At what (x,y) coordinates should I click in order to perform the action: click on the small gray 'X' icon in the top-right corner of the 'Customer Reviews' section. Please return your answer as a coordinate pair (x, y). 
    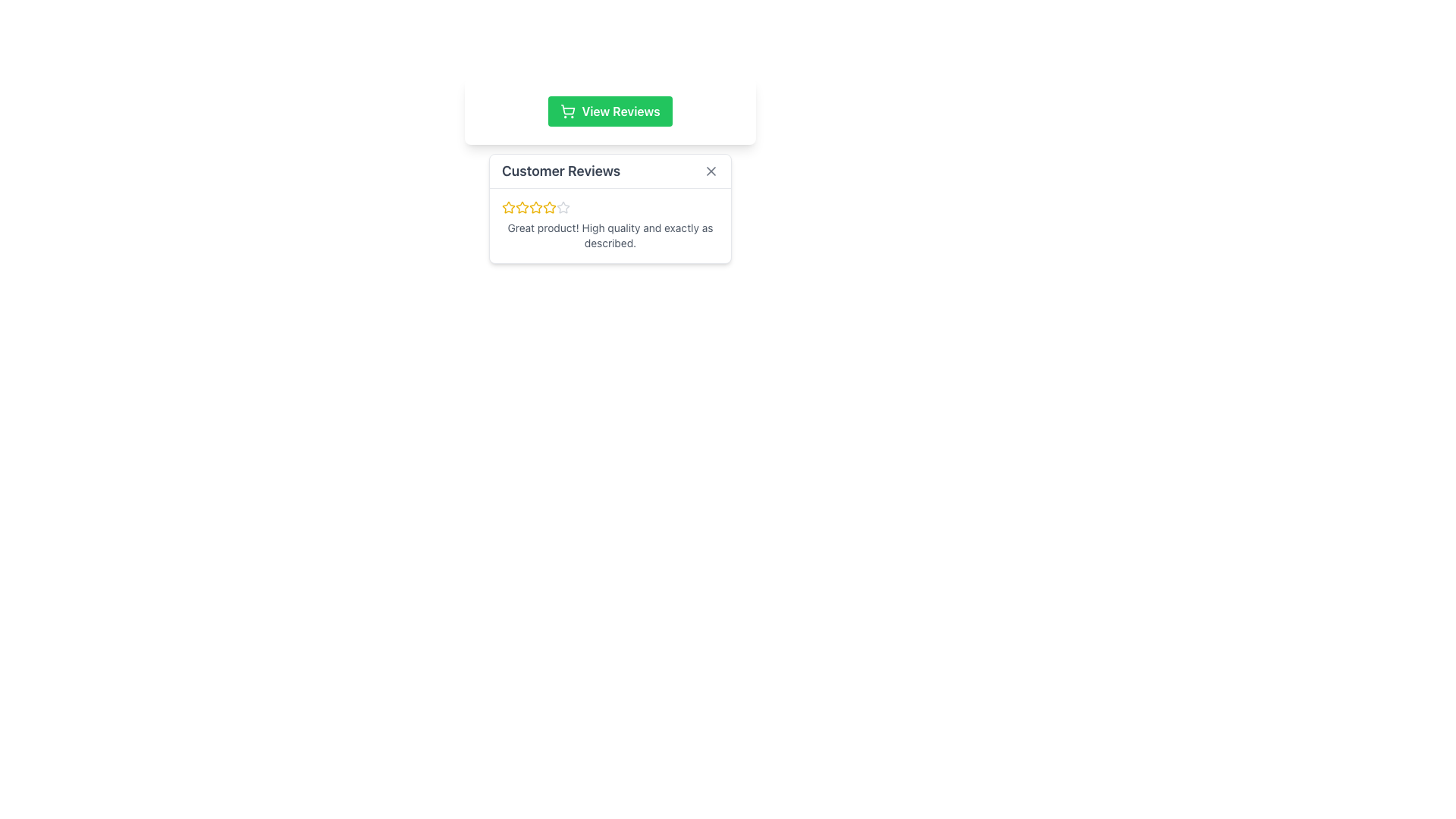
    Looking at the image, I should click on (710, 171).